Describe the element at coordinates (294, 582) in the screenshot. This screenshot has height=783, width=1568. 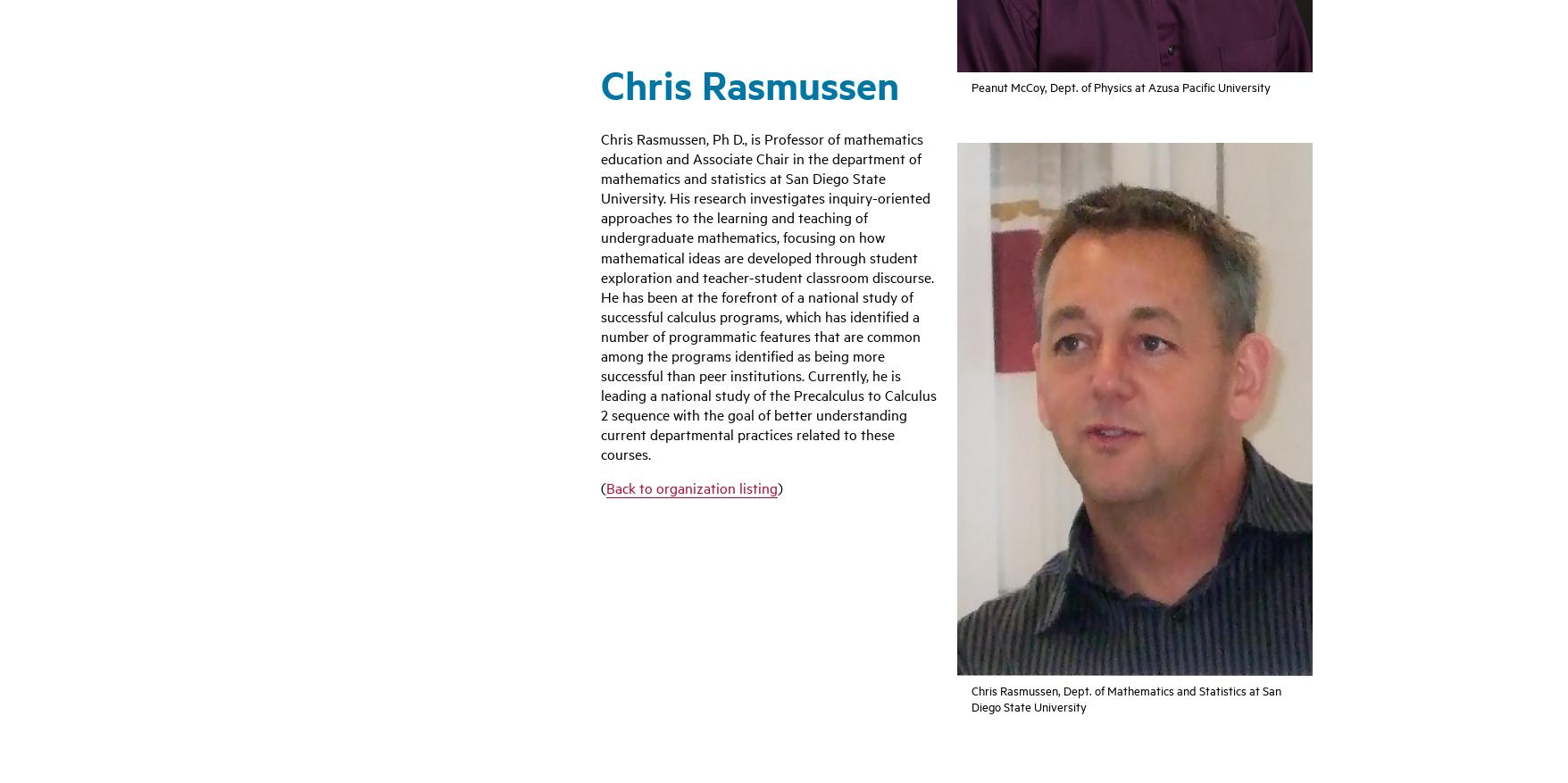
I see `'310.338.2700'` at that location.